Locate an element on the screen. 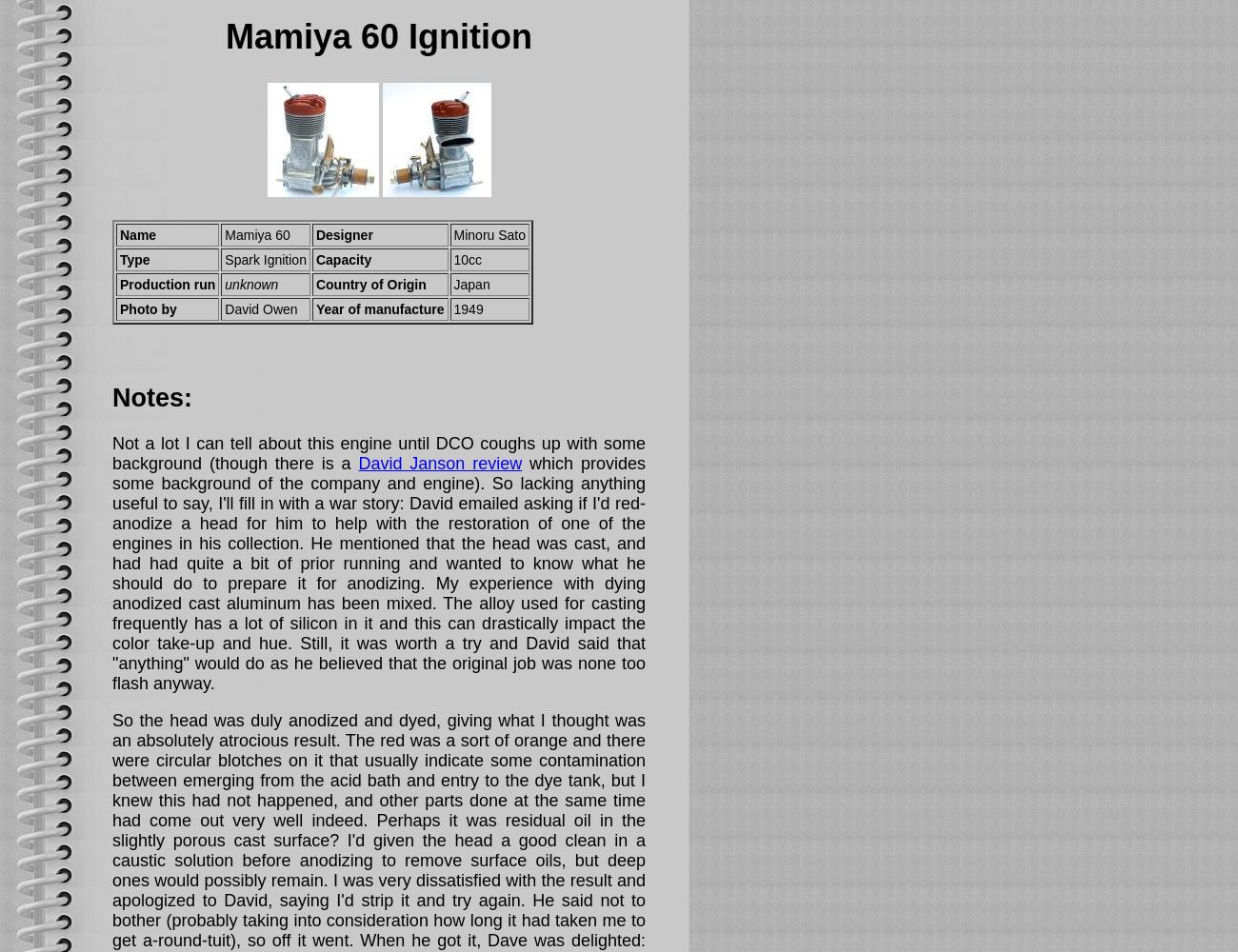 Image resolution: width=1238 pixels, height=952 pixels. 'Country of Origin' is located at coordinates (369, 285).